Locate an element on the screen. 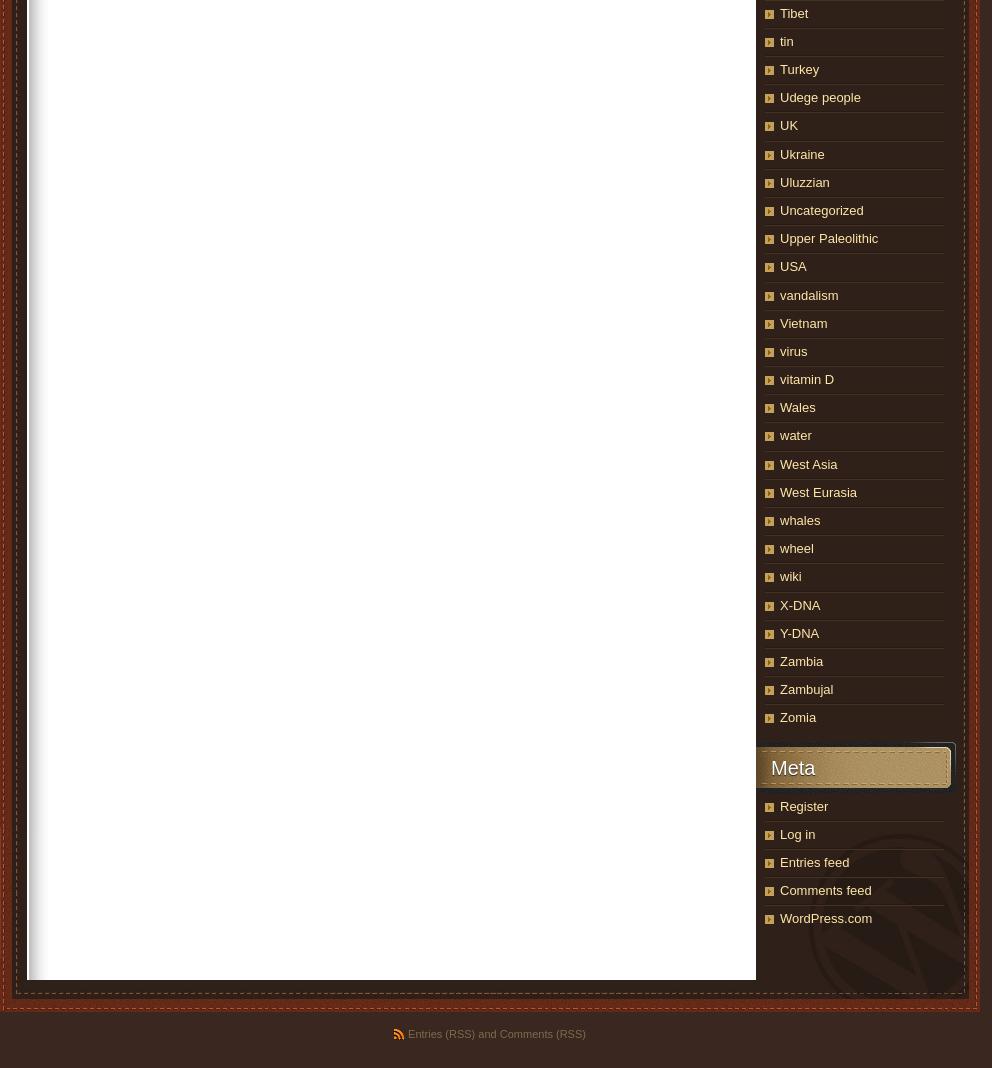  'West Eurasia' is located at coordinates (818, 491).